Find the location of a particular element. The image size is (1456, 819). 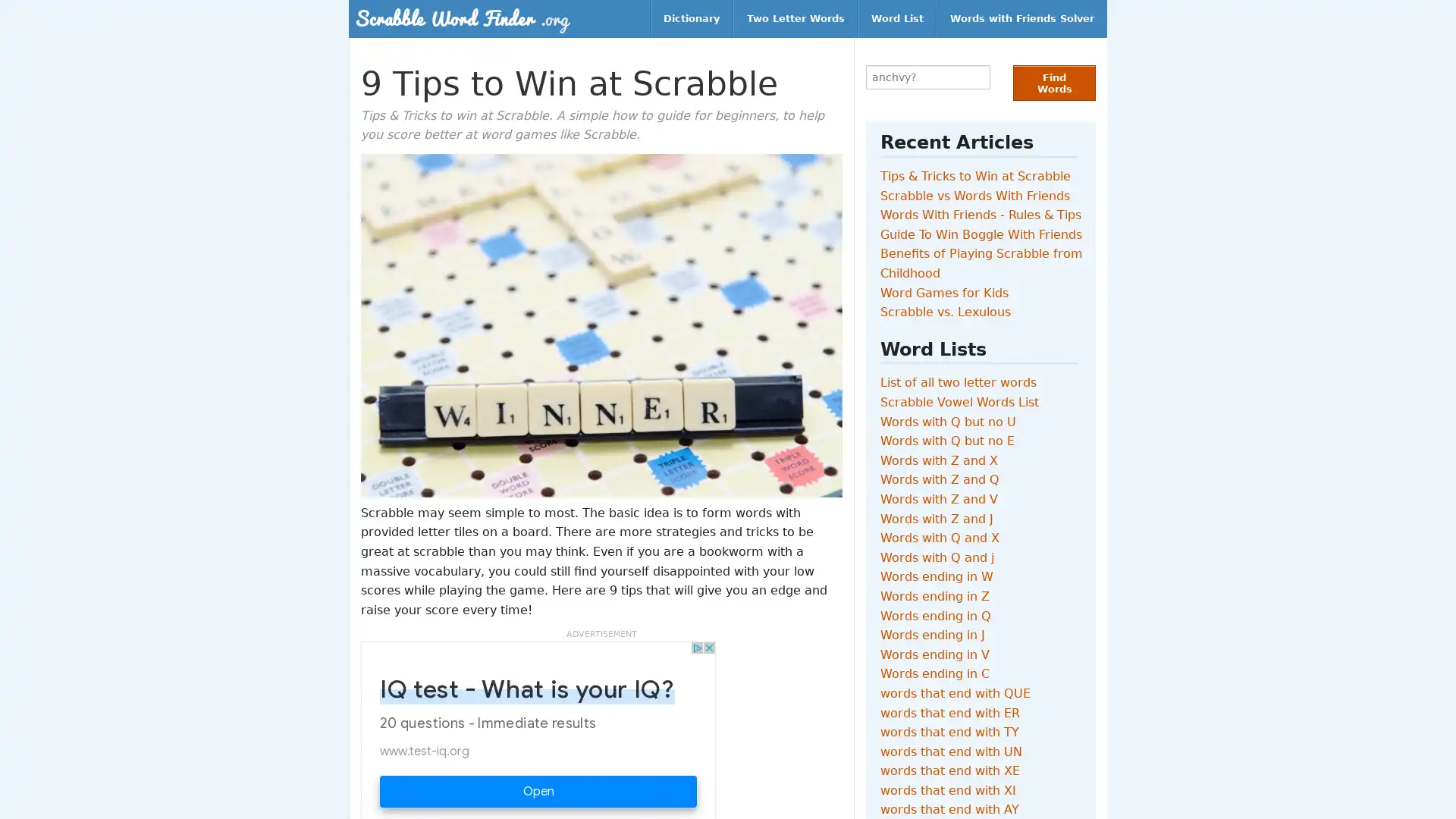

Find Words is located at coordinates (1053, 83).